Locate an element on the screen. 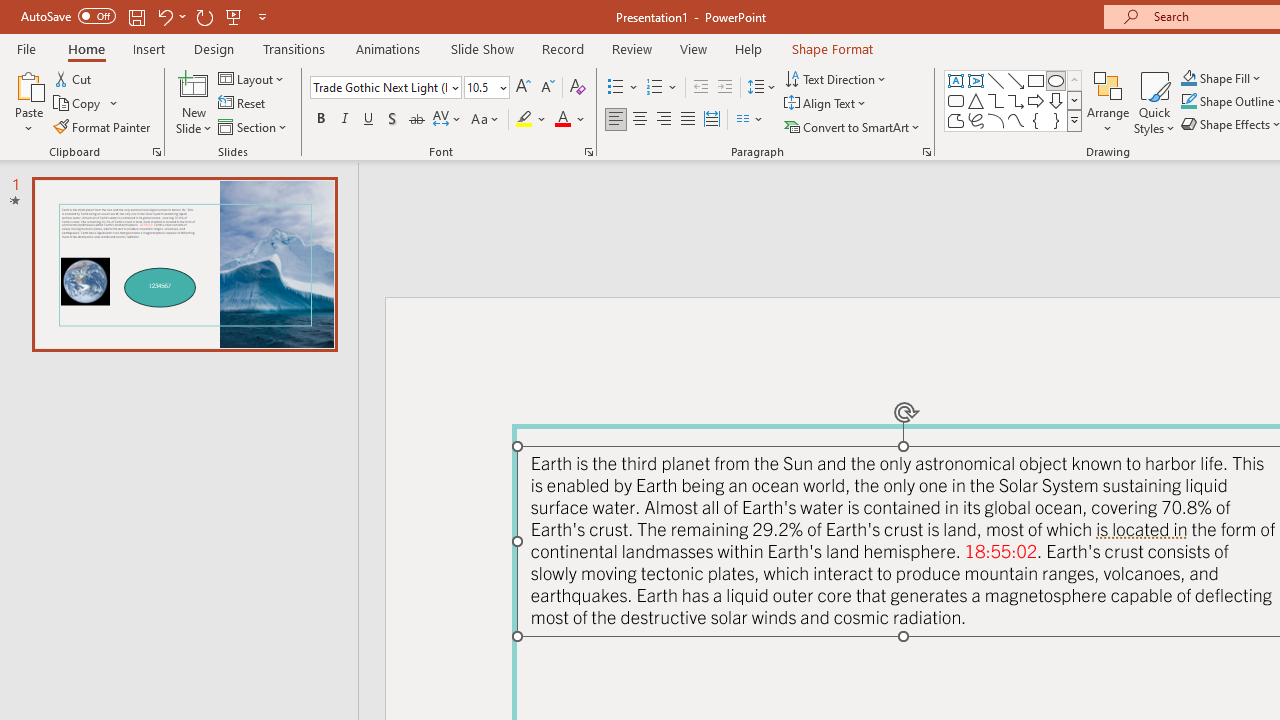 Image resolution: width=1280 pixels, height=720 pixels. 'Change Case' is located at coordinates (486, 119).